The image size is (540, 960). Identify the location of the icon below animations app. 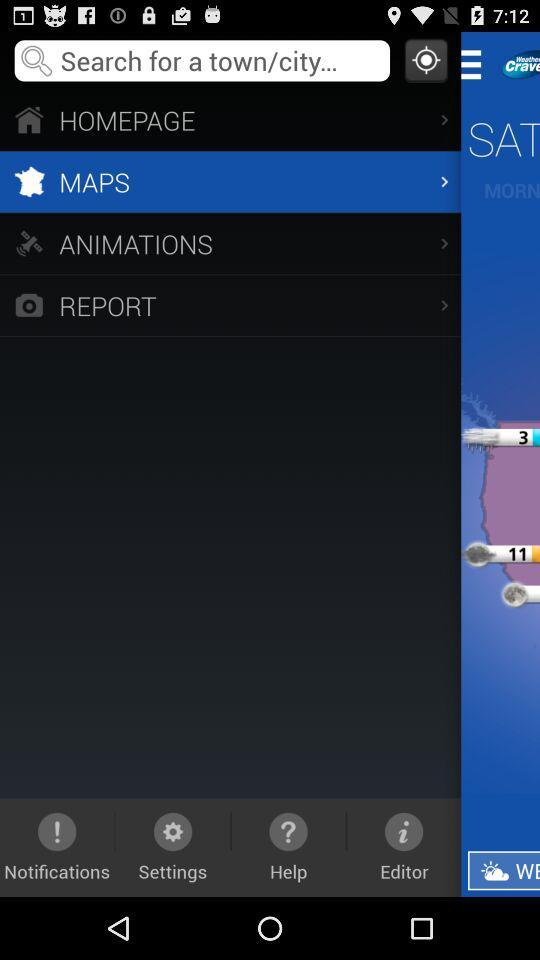
(229, 305).